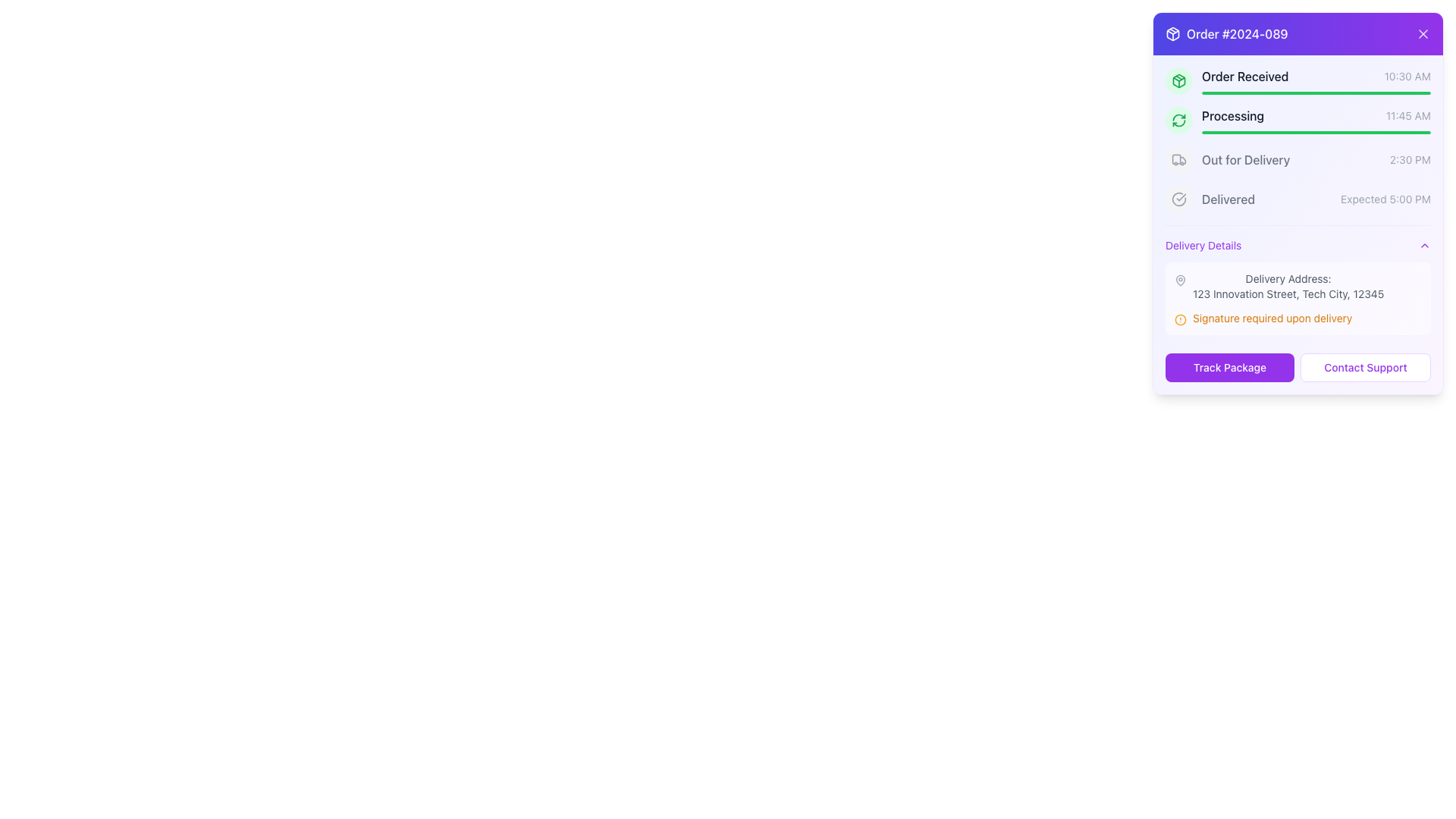  Describe the element at coordinates (1203, 245) in the screenshot. I see `the 'Delivery Details' text label, which serves as a section header guiding the user to the delivery details section of the interface` at that location.